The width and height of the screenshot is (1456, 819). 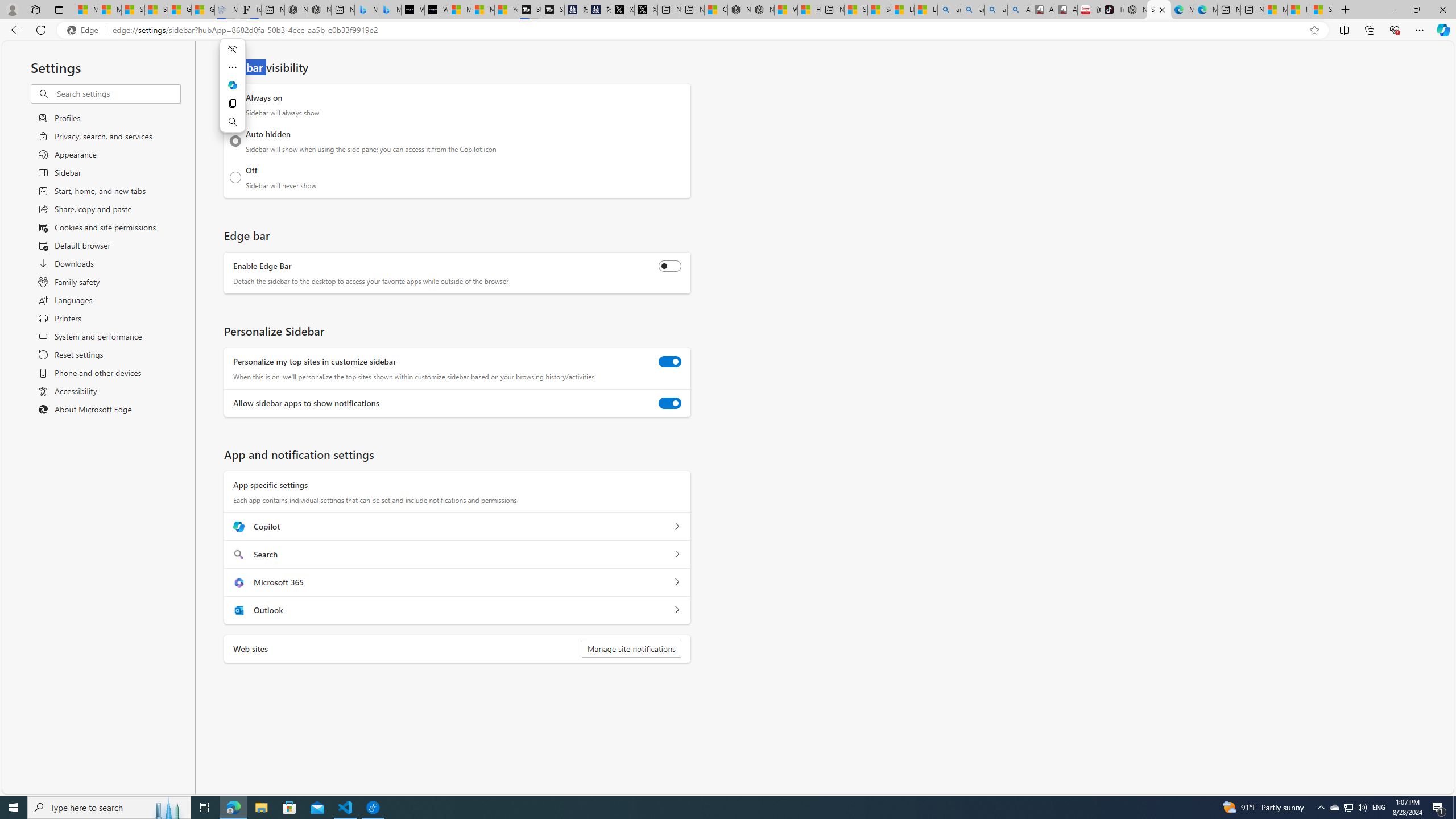 I want to click on 'Mini menu on text selection', so click(x=232, y=92).